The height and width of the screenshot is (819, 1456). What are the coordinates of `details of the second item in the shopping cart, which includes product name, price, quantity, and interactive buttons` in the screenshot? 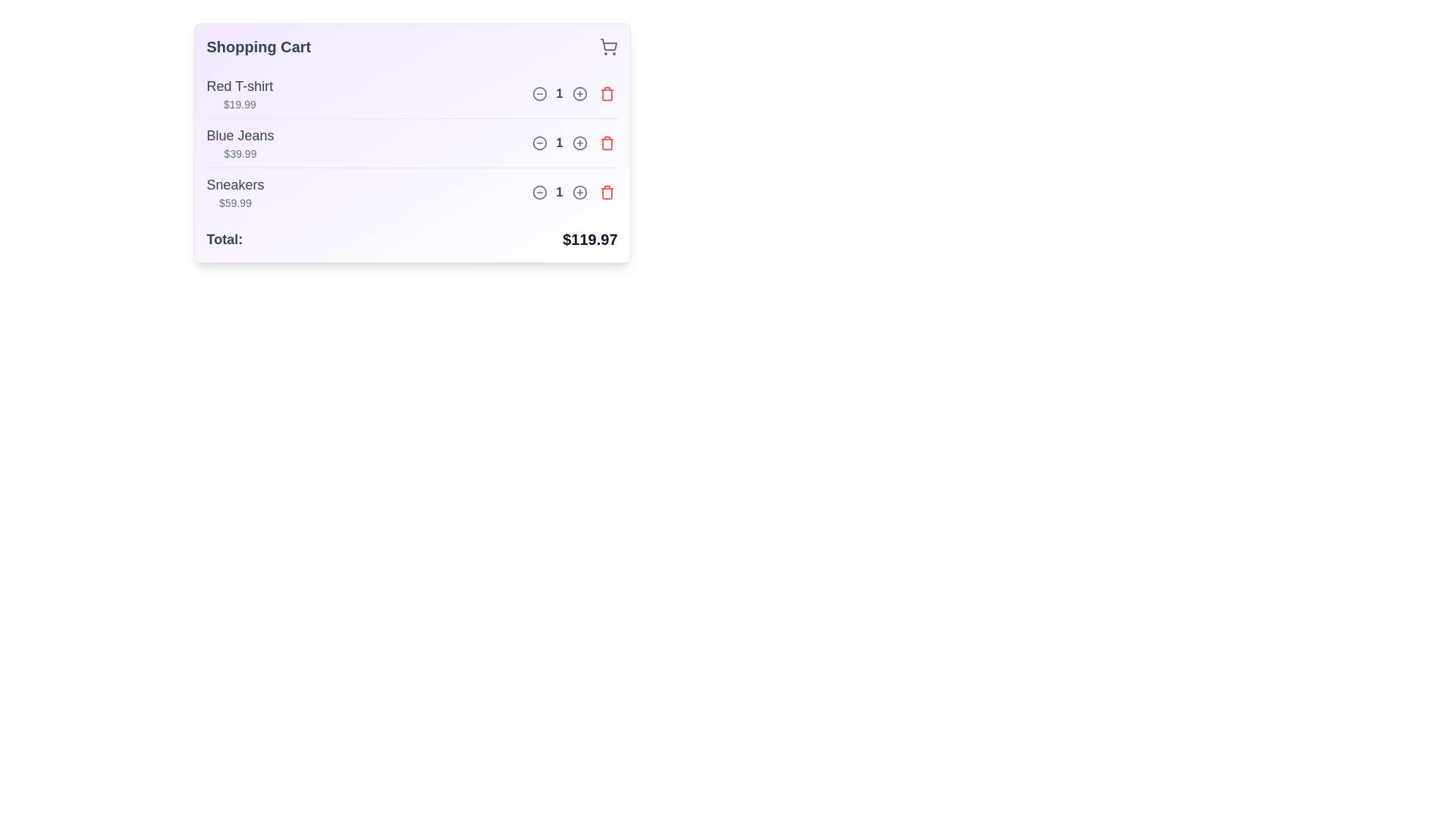 It's located at (412, 143).